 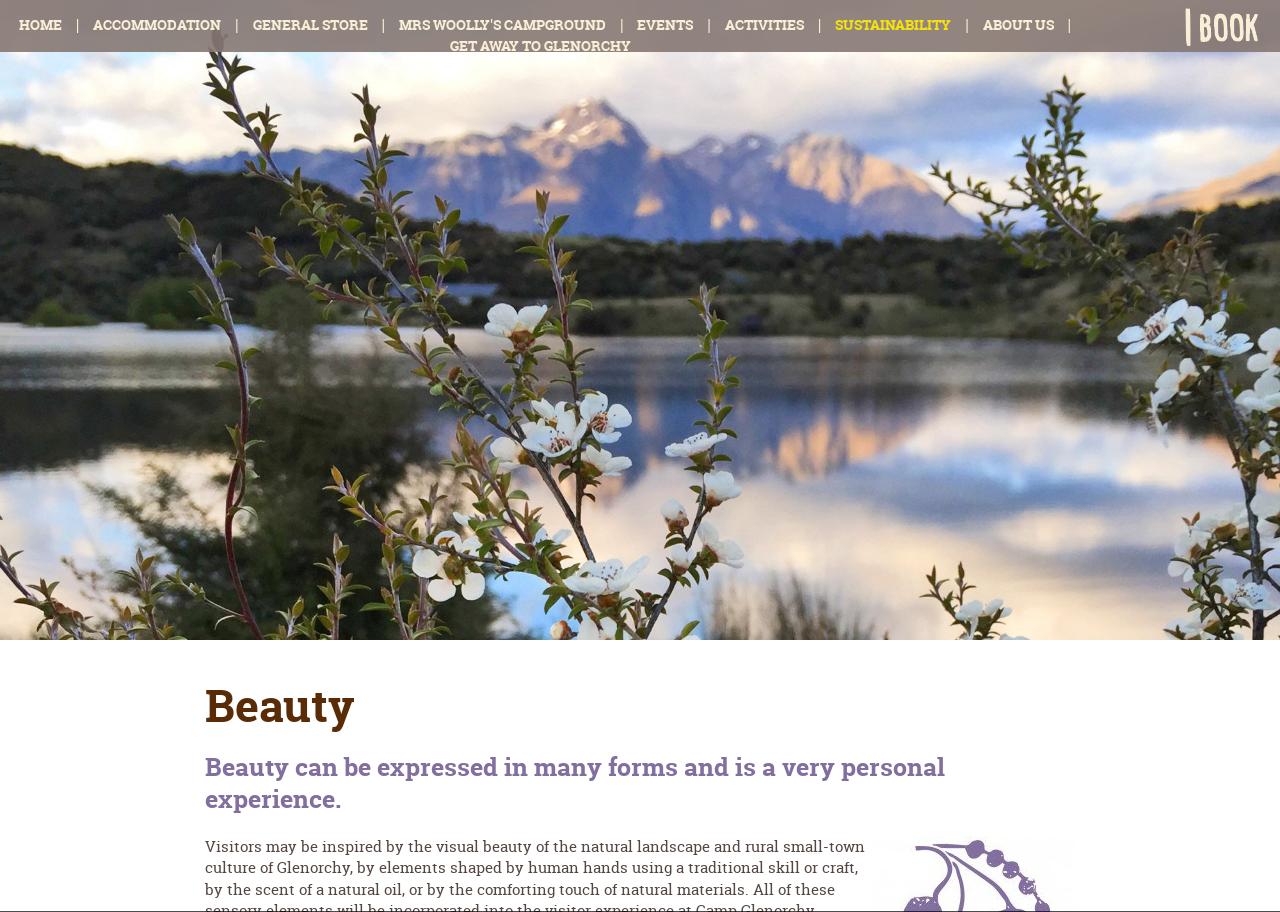 I want to click on 'Sustainability', so click(x=892, y=24).